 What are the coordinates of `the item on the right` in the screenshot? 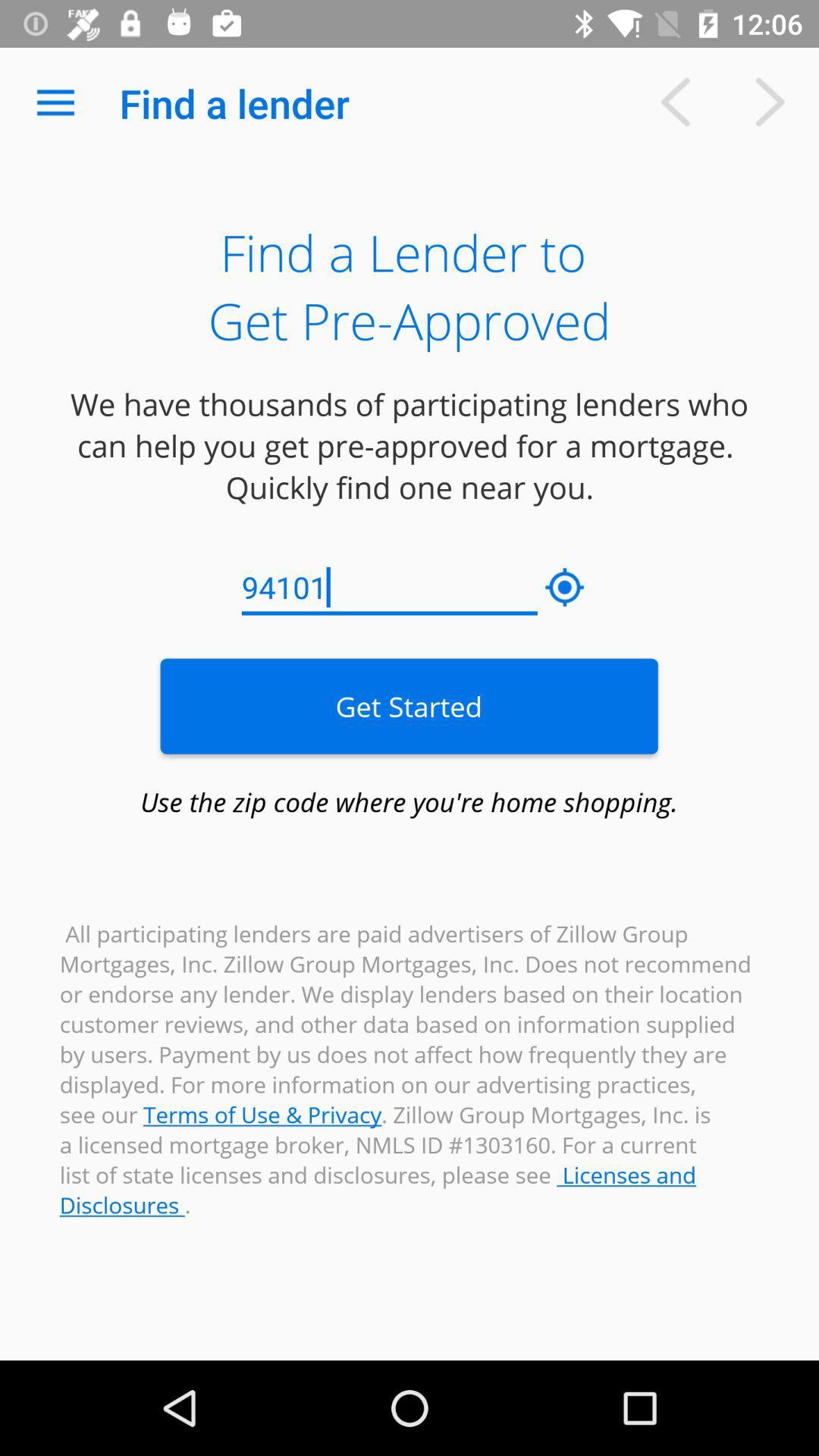 It's located at (565, 587).